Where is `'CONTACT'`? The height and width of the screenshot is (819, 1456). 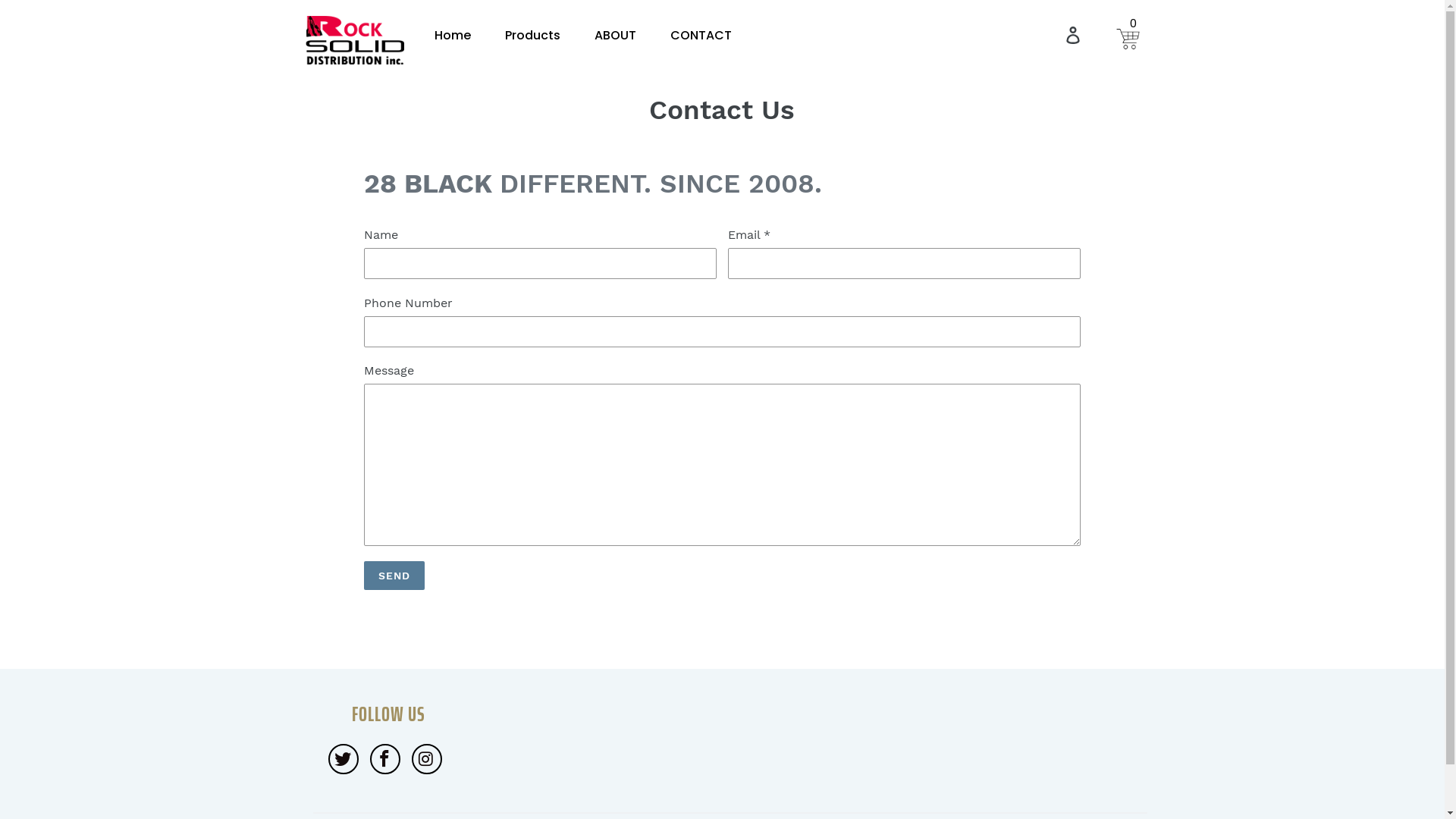 'CONTACT' is located at coordinates (700, 34).